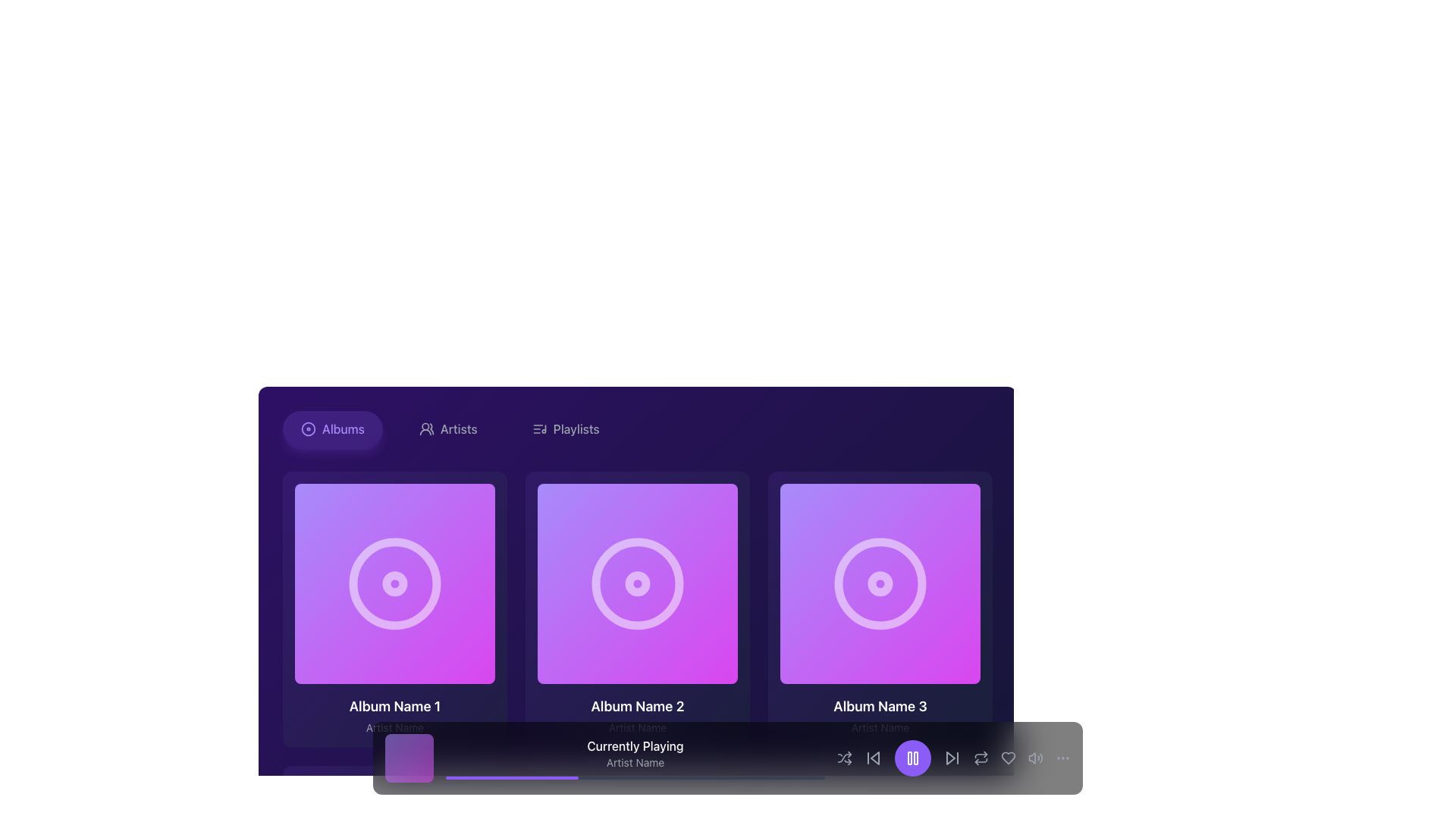 This screenshot has width=1456, height=819. Describe the element at coordinates (843, 758) in the screenshot. I see `the shuffle playback button, which is the first icon to the left in the playback control bar` at that location.